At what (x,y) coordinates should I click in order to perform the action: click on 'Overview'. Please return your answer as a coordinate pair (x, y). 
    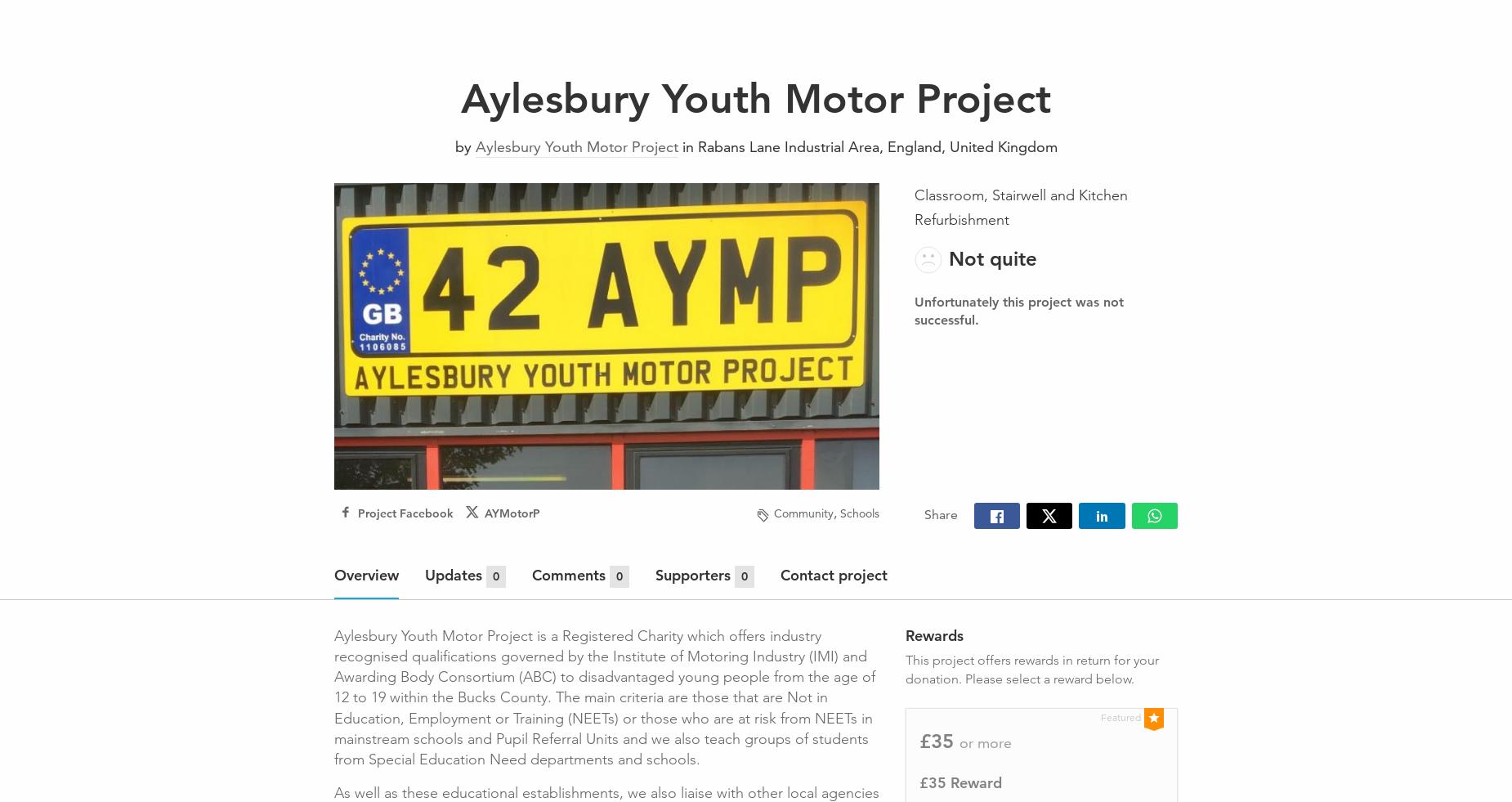
    Looking at the image, I should click on (333, 574).